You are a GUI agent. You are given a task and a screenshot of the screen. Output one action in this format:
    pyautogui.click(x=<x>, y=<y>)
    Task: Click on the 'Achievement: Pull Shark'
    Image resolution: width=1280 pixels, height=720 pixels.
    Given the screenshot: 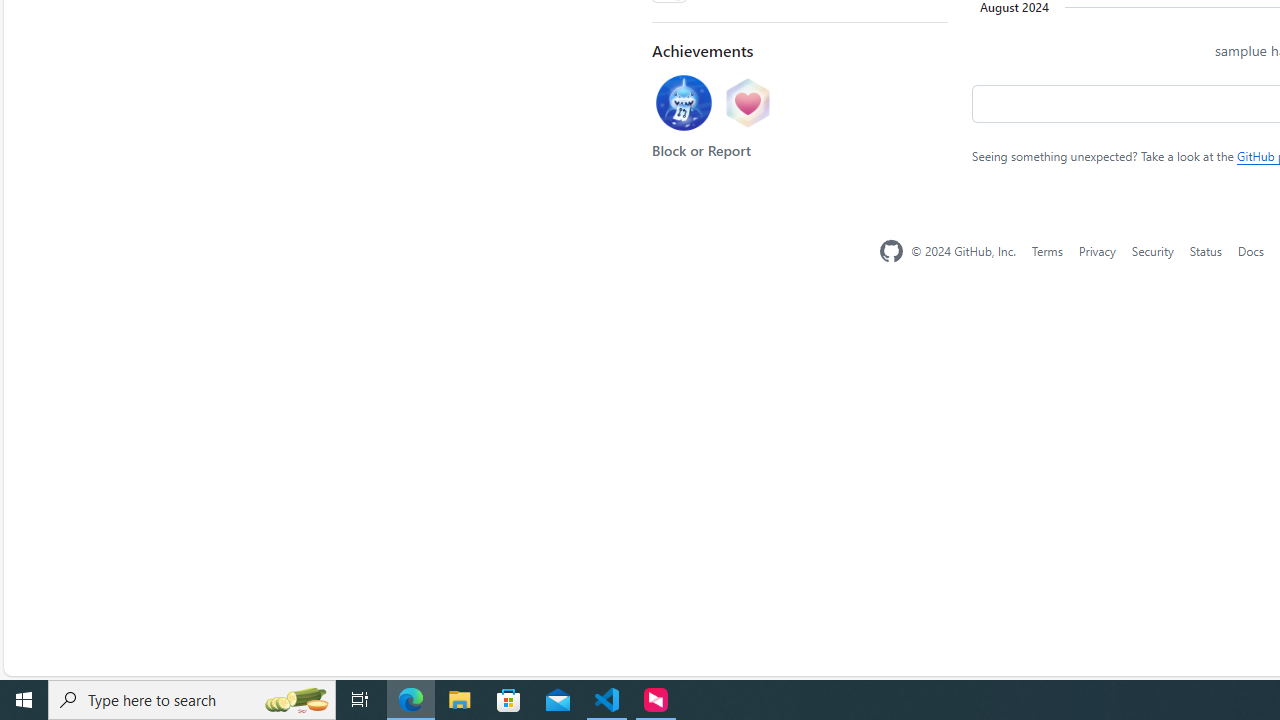 What is the action you would take?
    pyautogui.click(x=683, y=105)
    